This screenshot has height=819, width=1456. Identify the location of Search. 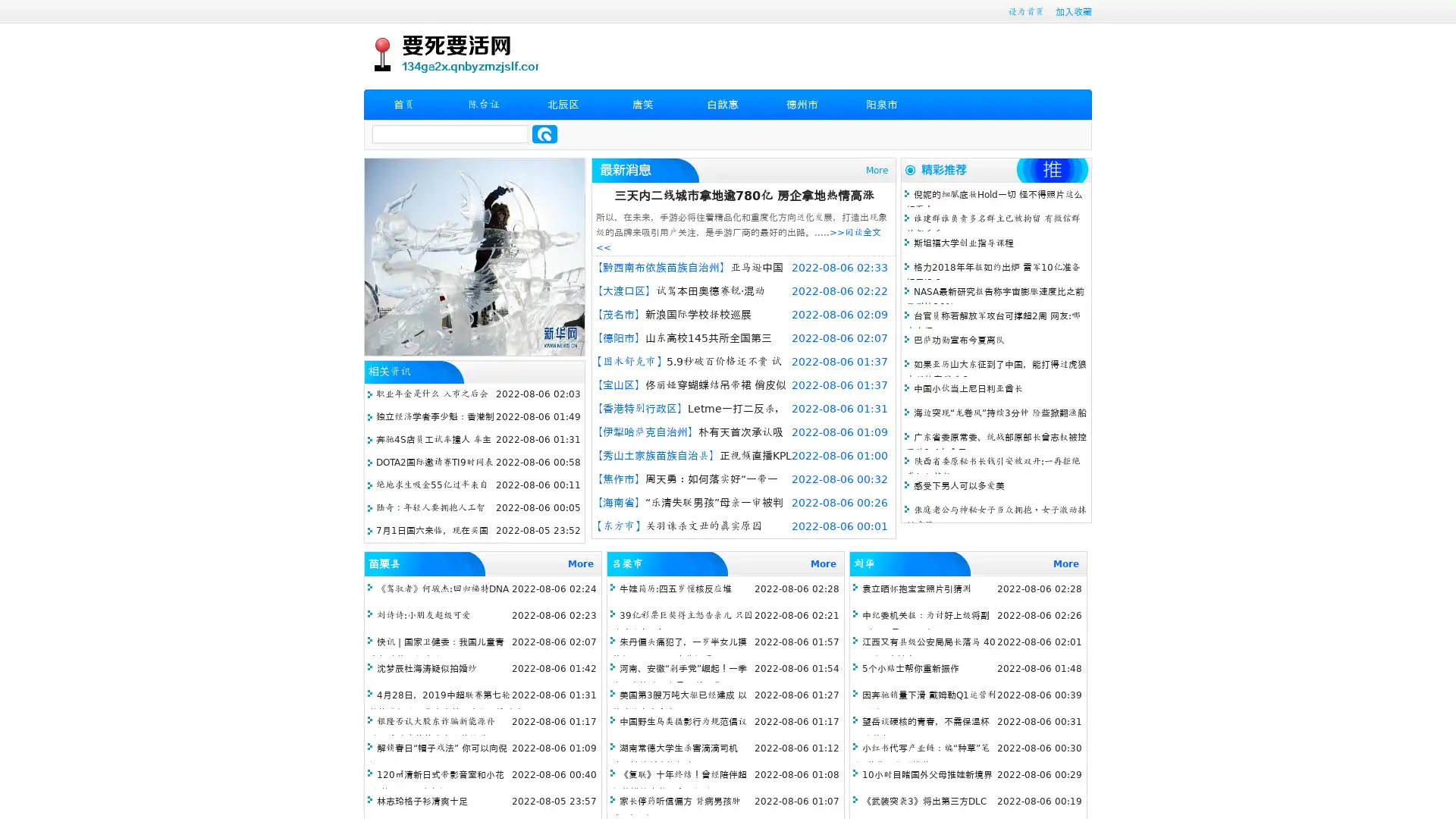
(544, 133).